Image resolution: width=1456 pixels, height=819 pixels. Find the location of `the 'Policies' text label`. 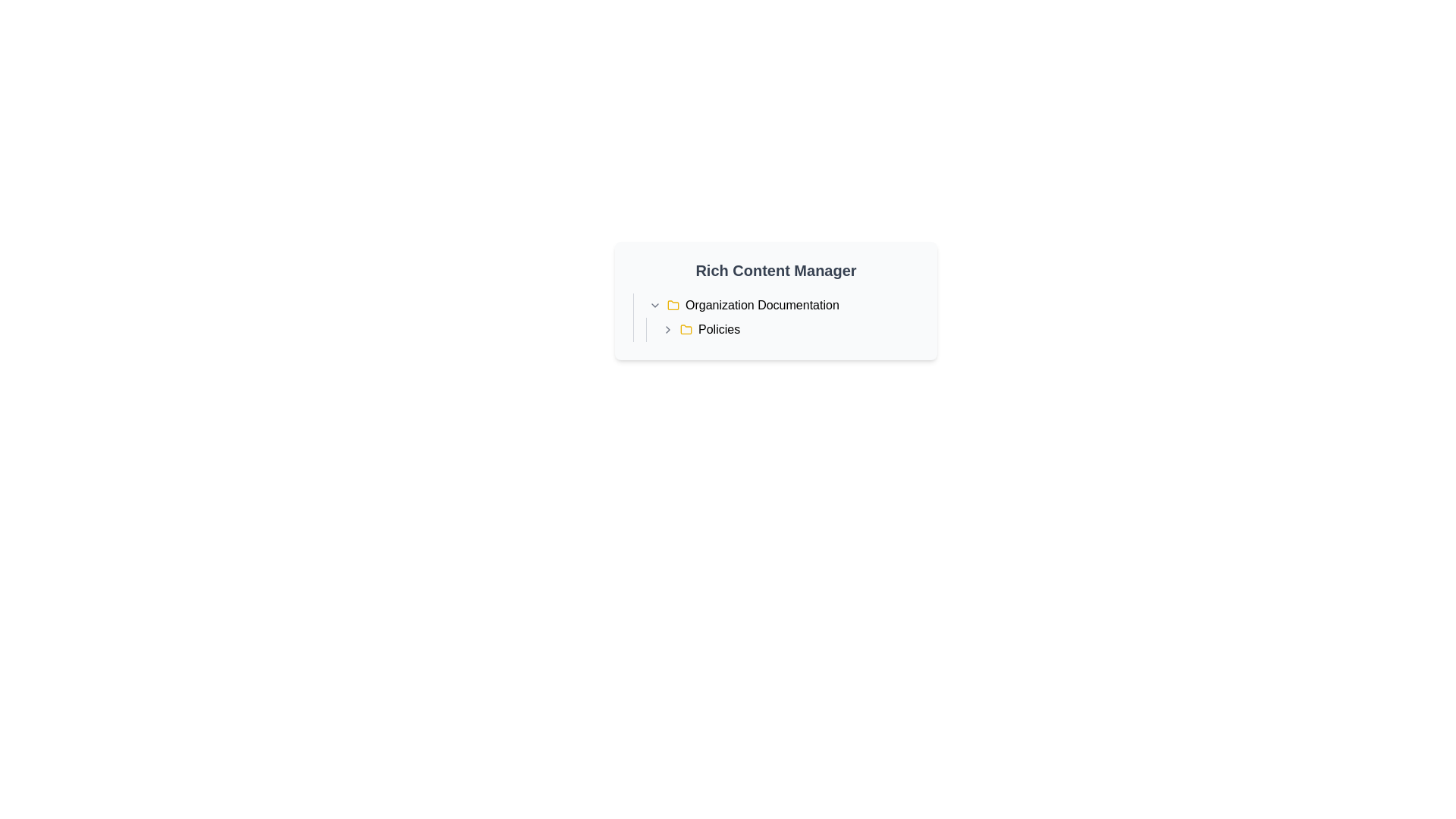

the 'Policies' text label is located at coordinates (718, 329).